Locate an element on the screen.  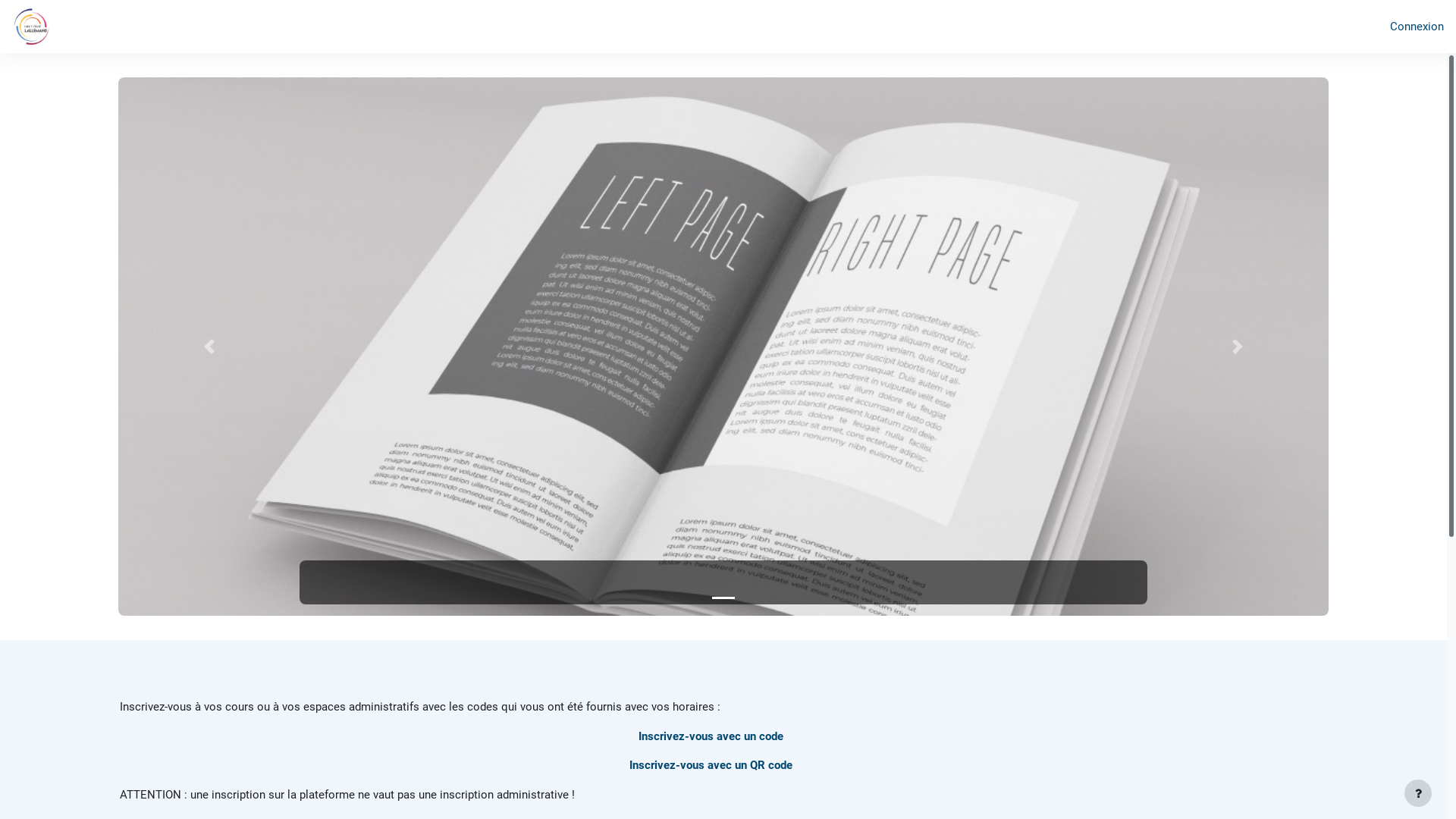
'Inscrivez-vous avec un QR code' is located at coordinates (710, 765).